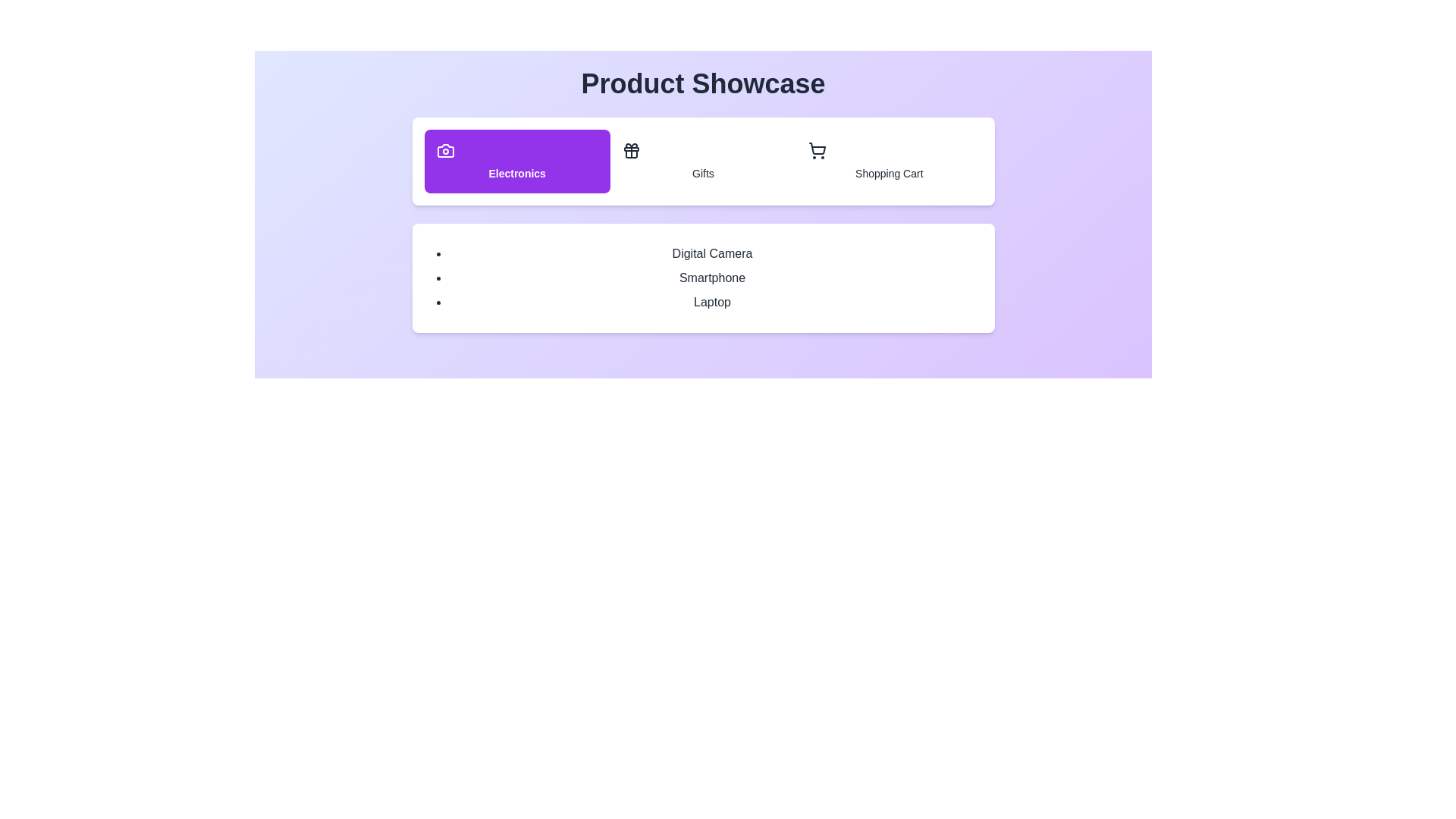 The height and width of the screenshot is (819, 1456). What do you see at coordinates (817, 151) in the screenshot?
I see `the shopping cart icon, which is part of the category button group` at bounding box center [817, 151].